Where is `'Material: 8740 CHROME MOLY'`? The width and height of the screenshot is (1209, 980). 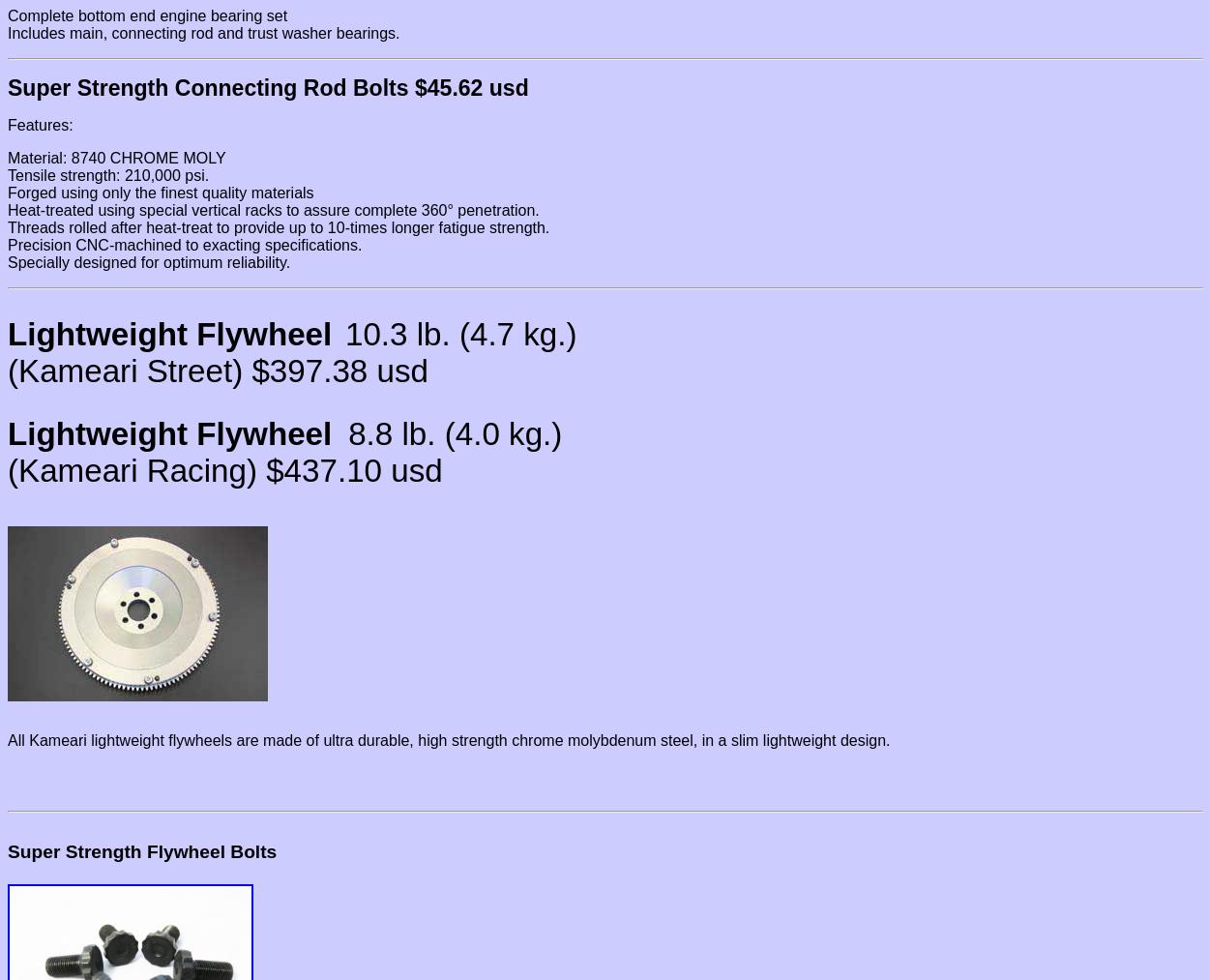
'Material: 8740 CHROME MOLY' is located at coordinates (115, 158).